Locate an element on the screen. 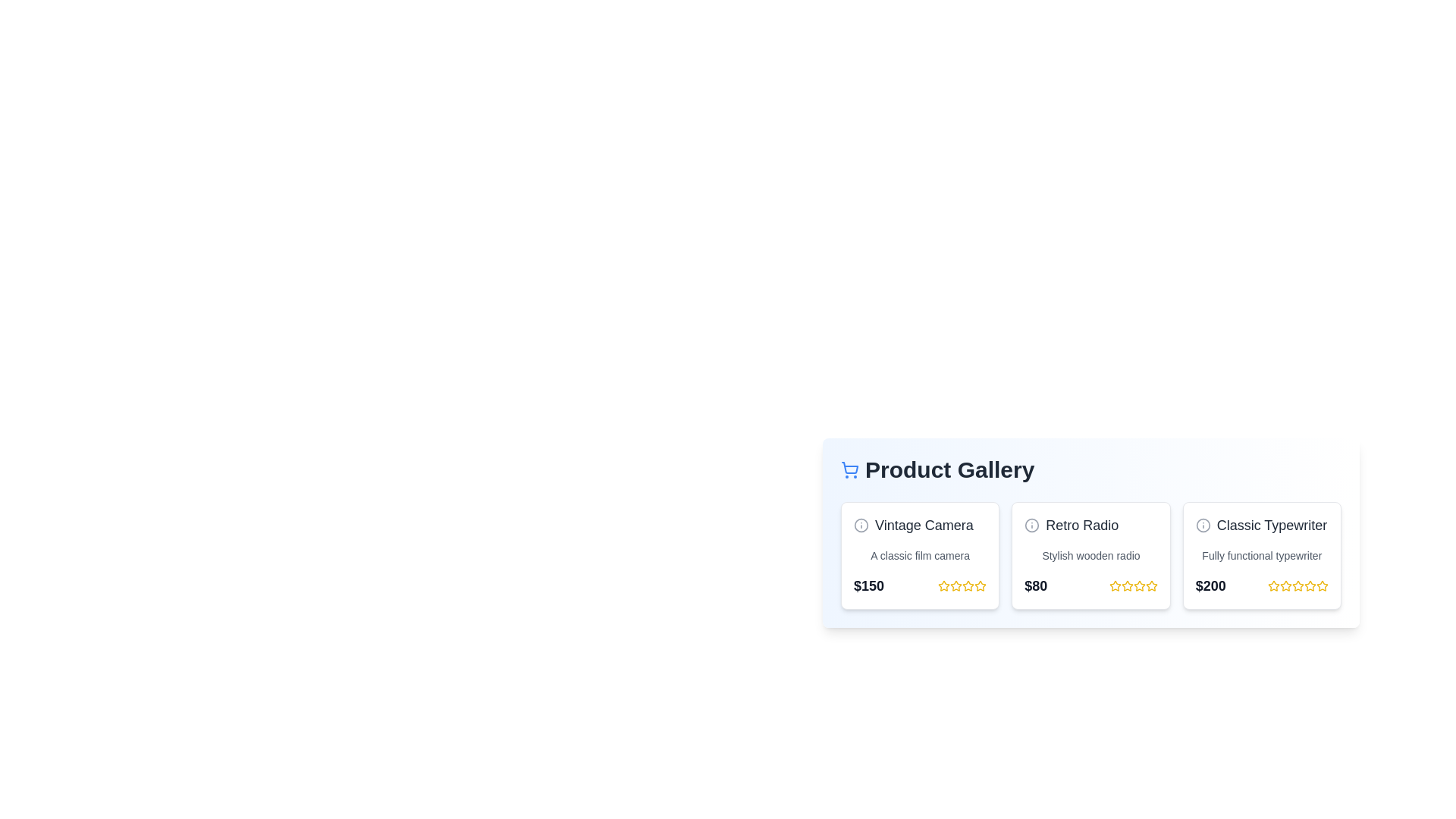 The width and height of the screenshot is (1456, 819). the icon within the product card for Retro Radio is located at coordinates (1031, 525).